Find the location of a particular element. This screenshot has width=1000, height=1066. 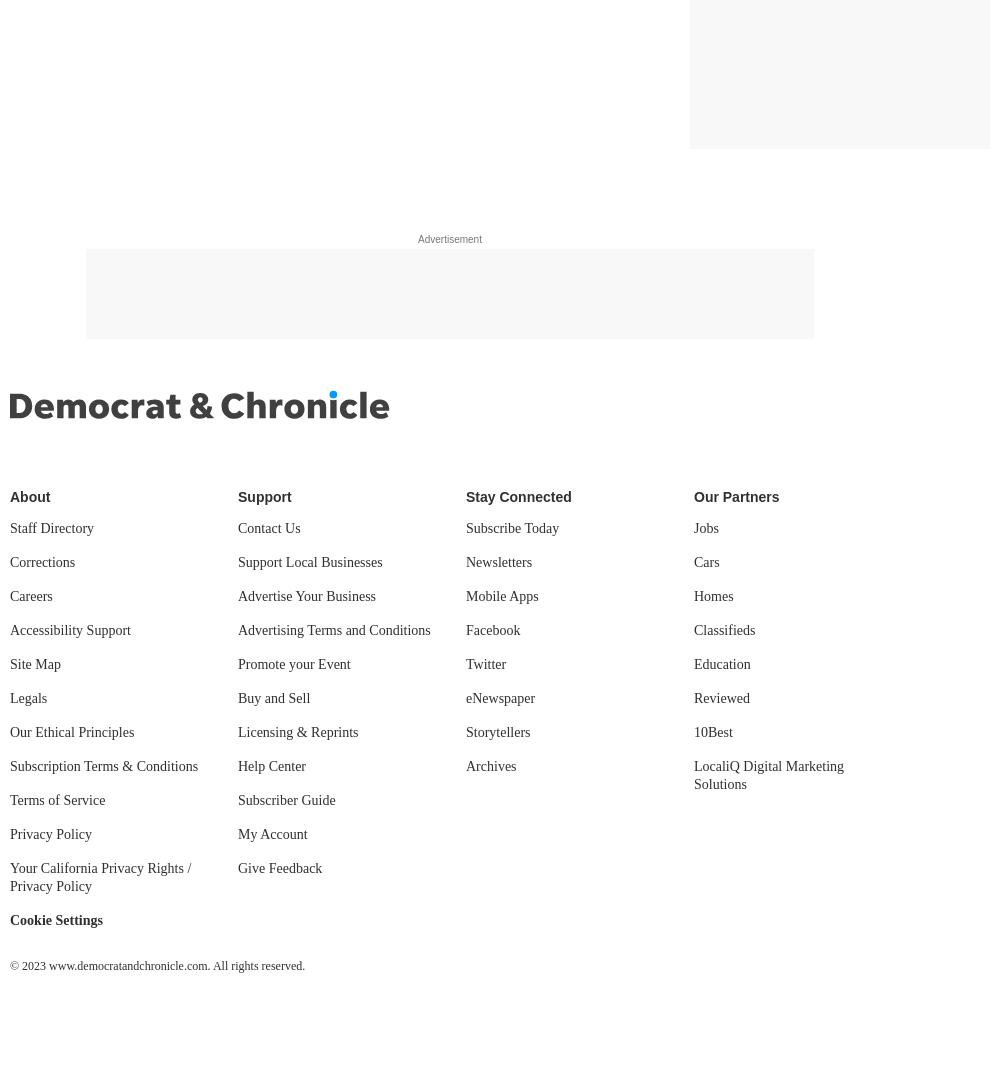

'Support Local Businesses' is located at coordinates (310, 561).